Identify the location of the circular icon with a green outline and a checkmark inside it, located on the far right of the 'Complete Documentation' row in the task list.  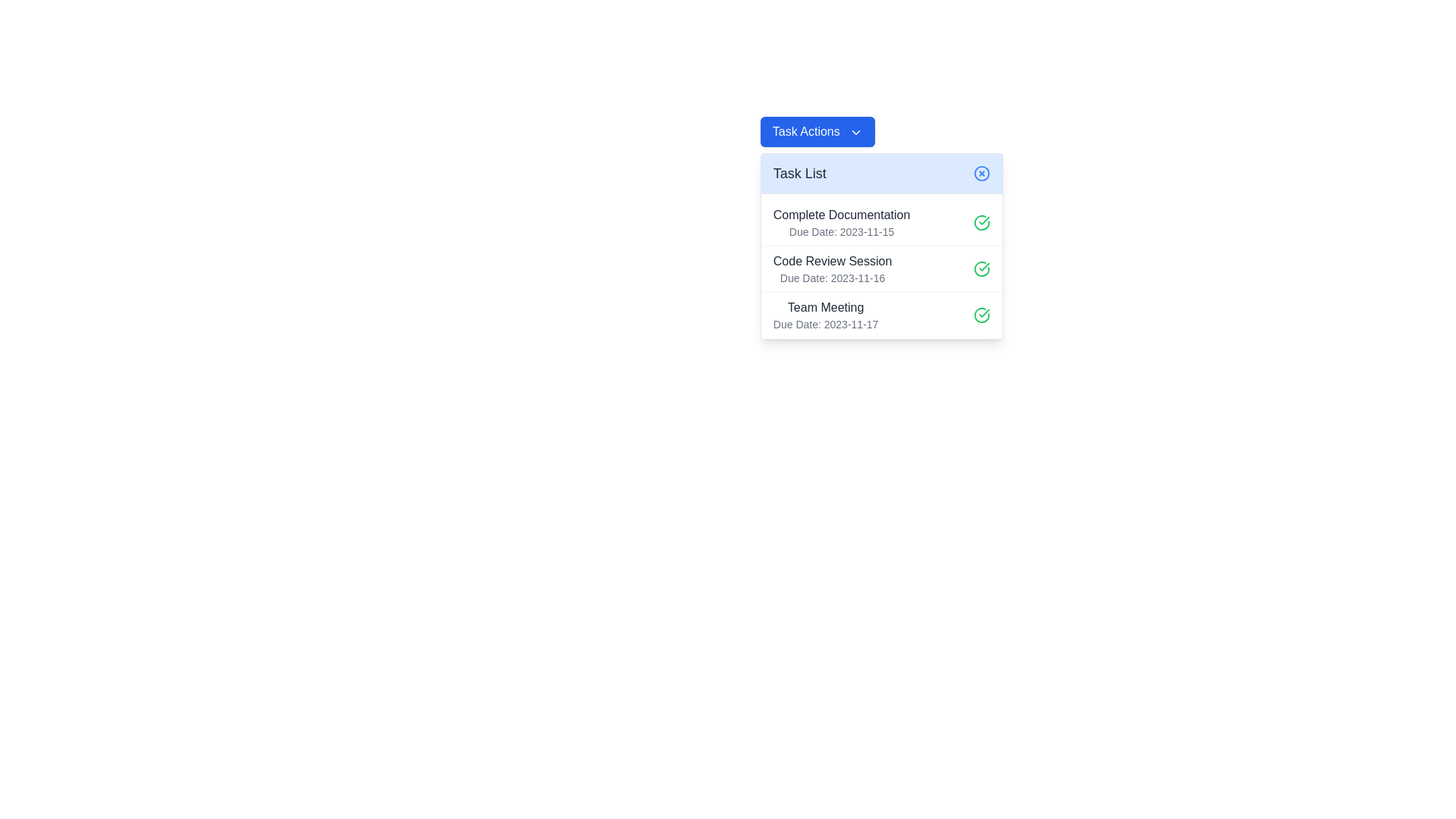
(981, 222).